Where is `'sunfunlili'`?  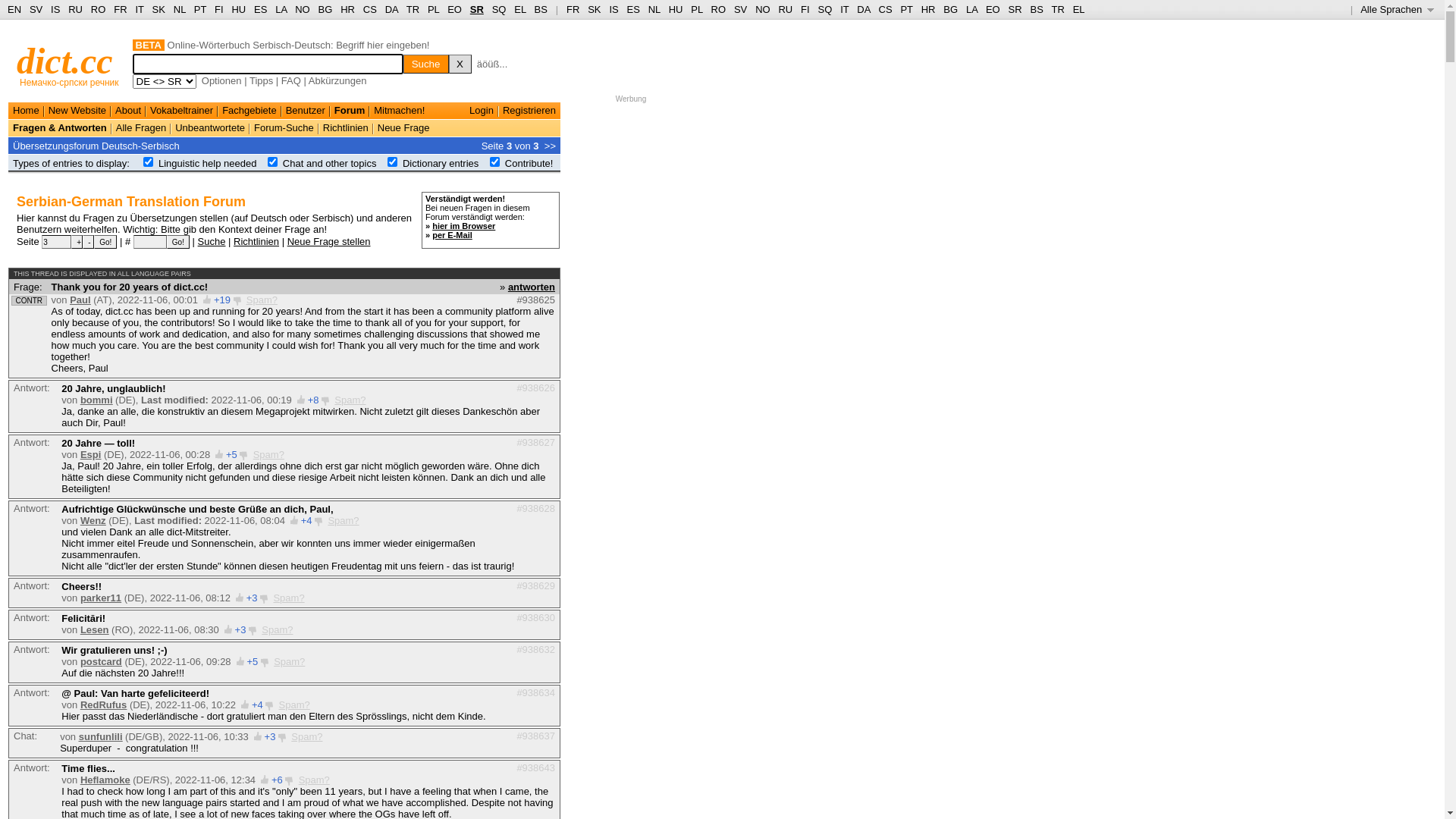
'sunfunlili' is located at coordinates (100, 736).